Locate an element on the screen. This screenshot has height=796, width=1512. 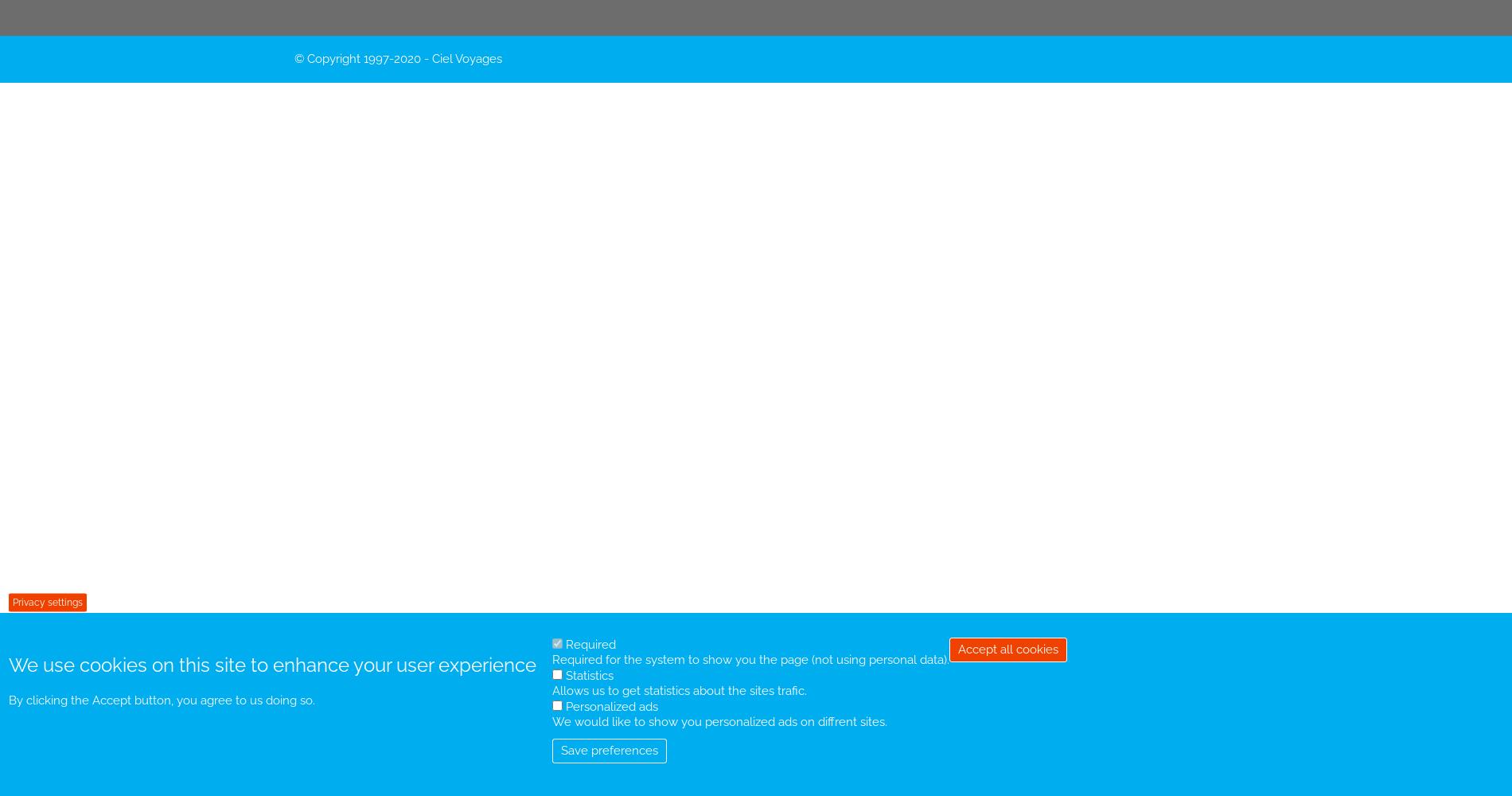
'Withdraw consent' is located at coordinates (957, 656).